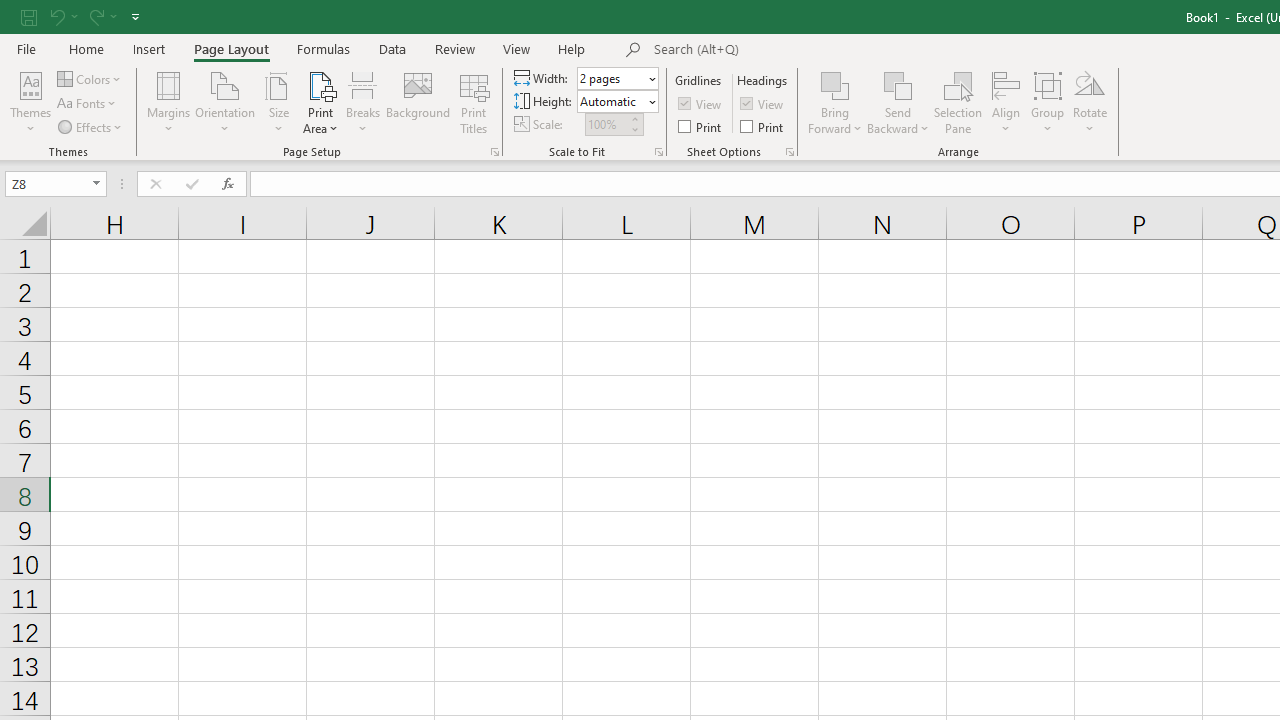  What do you see at coordinates (87, 103) in the screenshot?
I see `'Fonts'` at bounding box center [87, 103].